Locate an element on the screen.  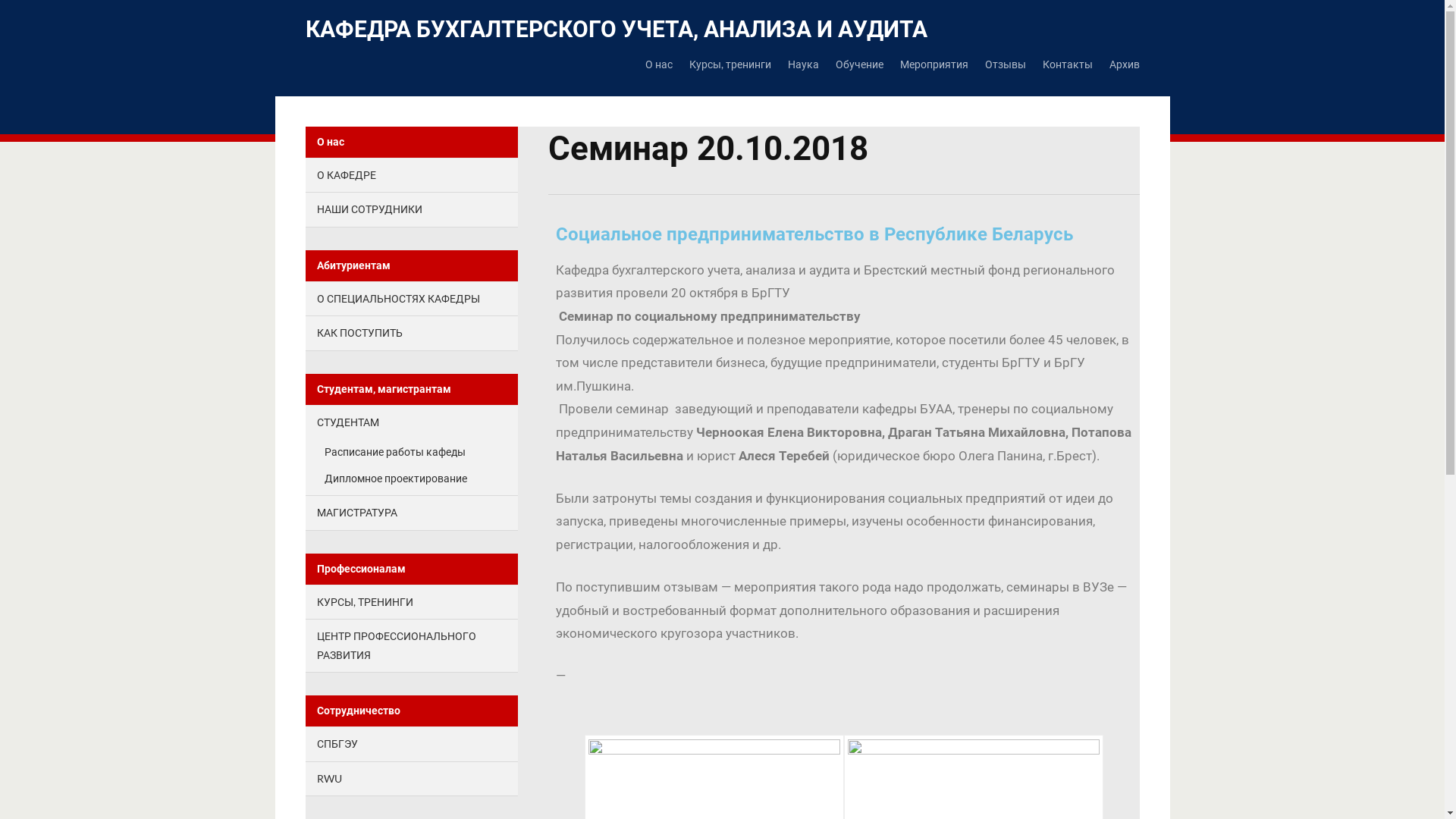
'RWU' is located at coordinates (328, 778).